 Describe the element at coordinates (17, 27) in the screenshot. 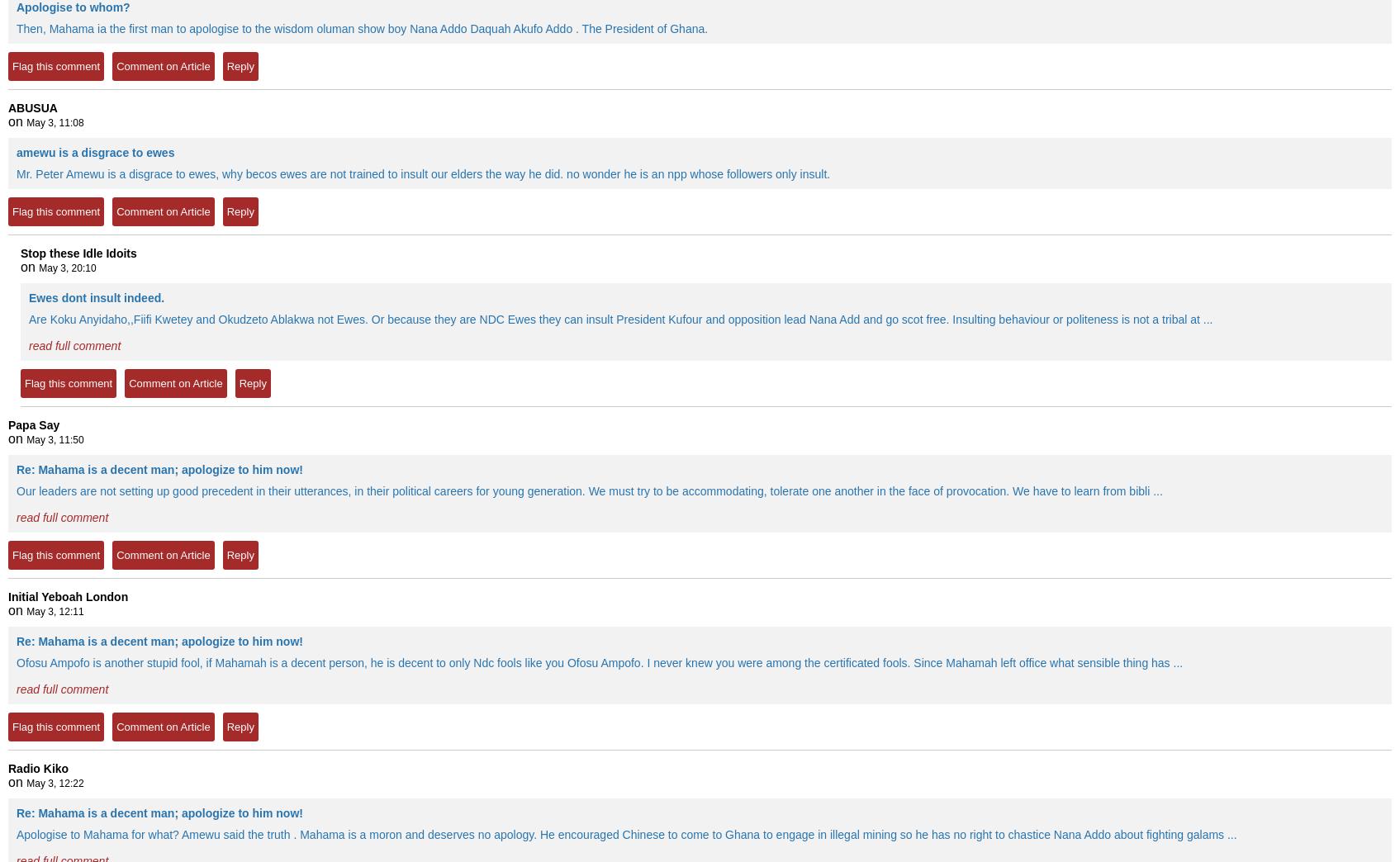

I see `'Then, Mahama ia the first man to apologise to the wisdom oluman show boy Nana Addo Daquah Akufo Addo . The President of Ghana.'` at that location.